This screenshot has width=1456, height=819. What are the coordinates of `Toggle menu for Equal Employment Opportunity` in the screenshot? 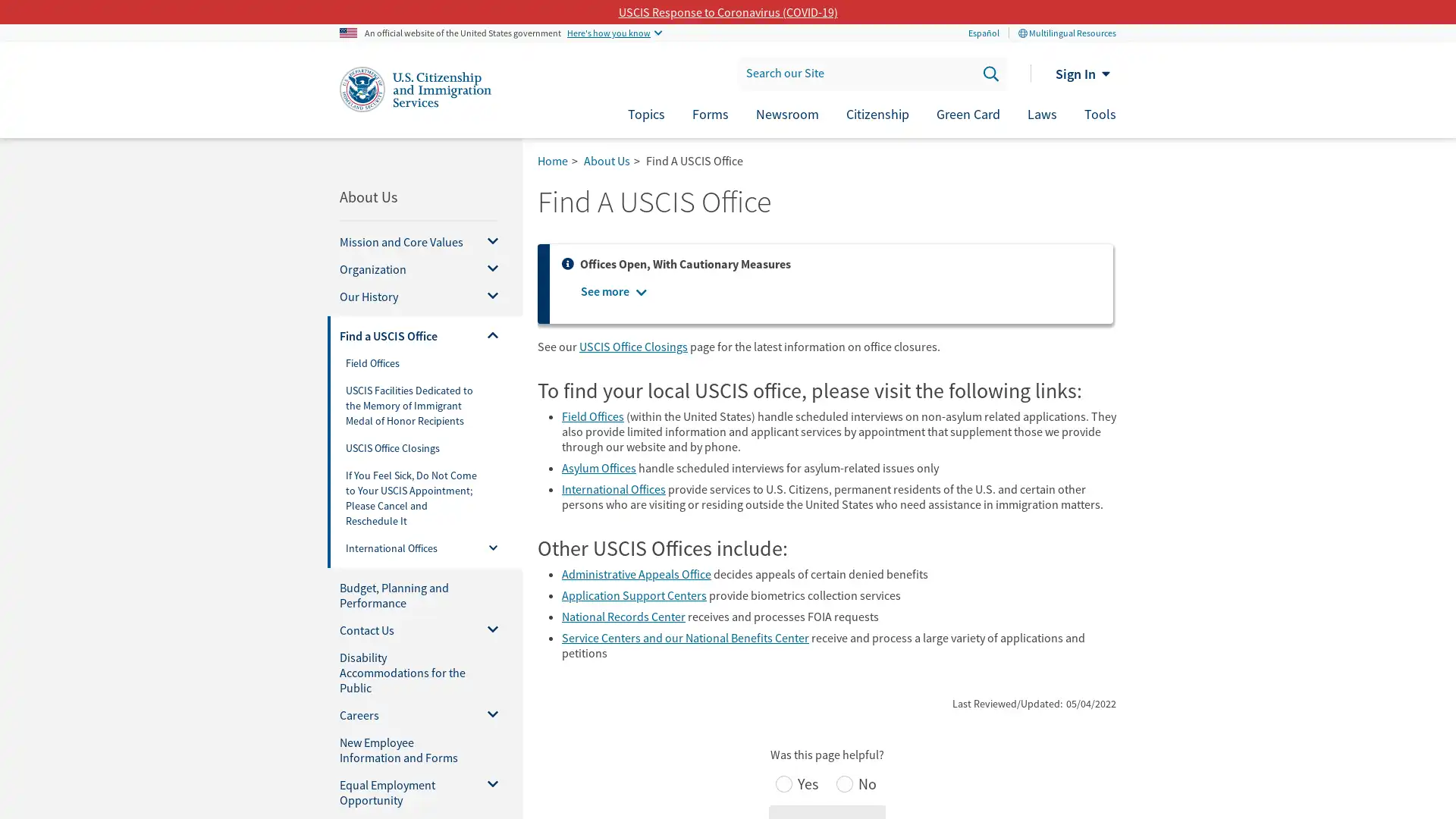 It's located at (487, 792).